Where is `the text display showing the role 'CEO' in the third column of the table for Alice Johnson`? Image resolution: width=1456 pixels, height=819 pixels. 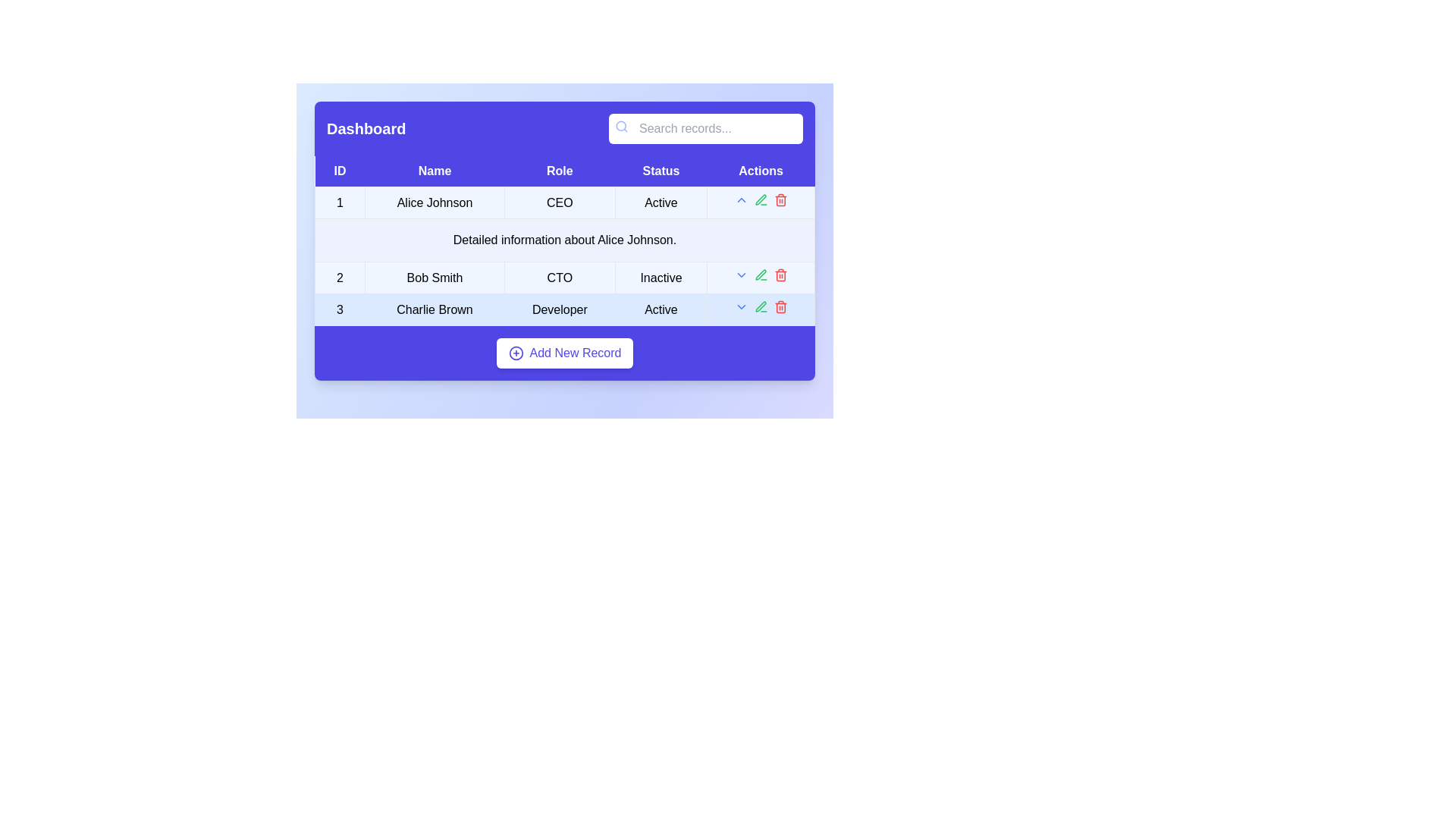
the text display showing the role 'CEO' in the third column of the table for Alice Johnson is located at coordinates (563, 202).